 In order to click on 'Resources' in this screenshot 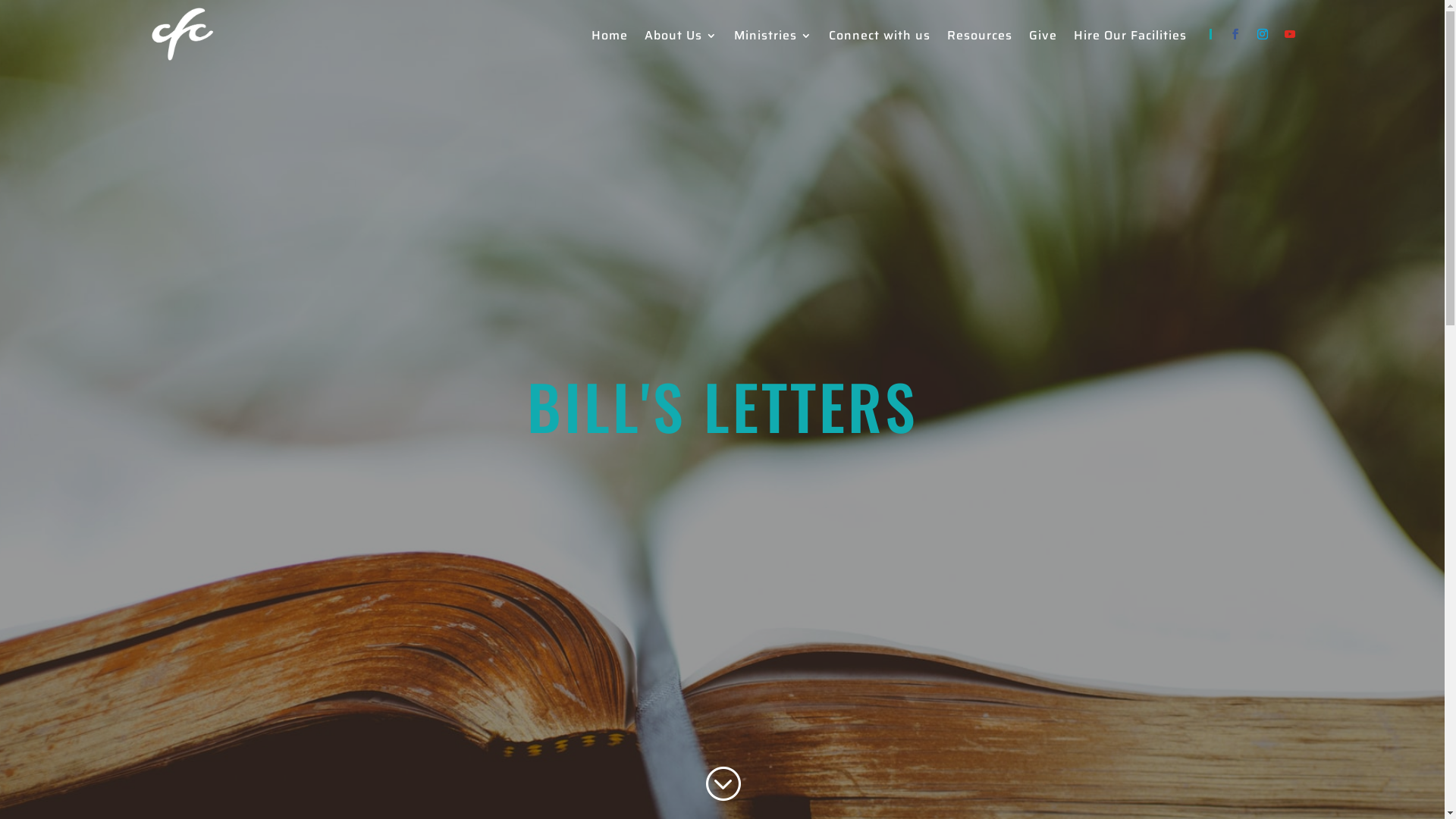, I will do `click(979, 37)`.